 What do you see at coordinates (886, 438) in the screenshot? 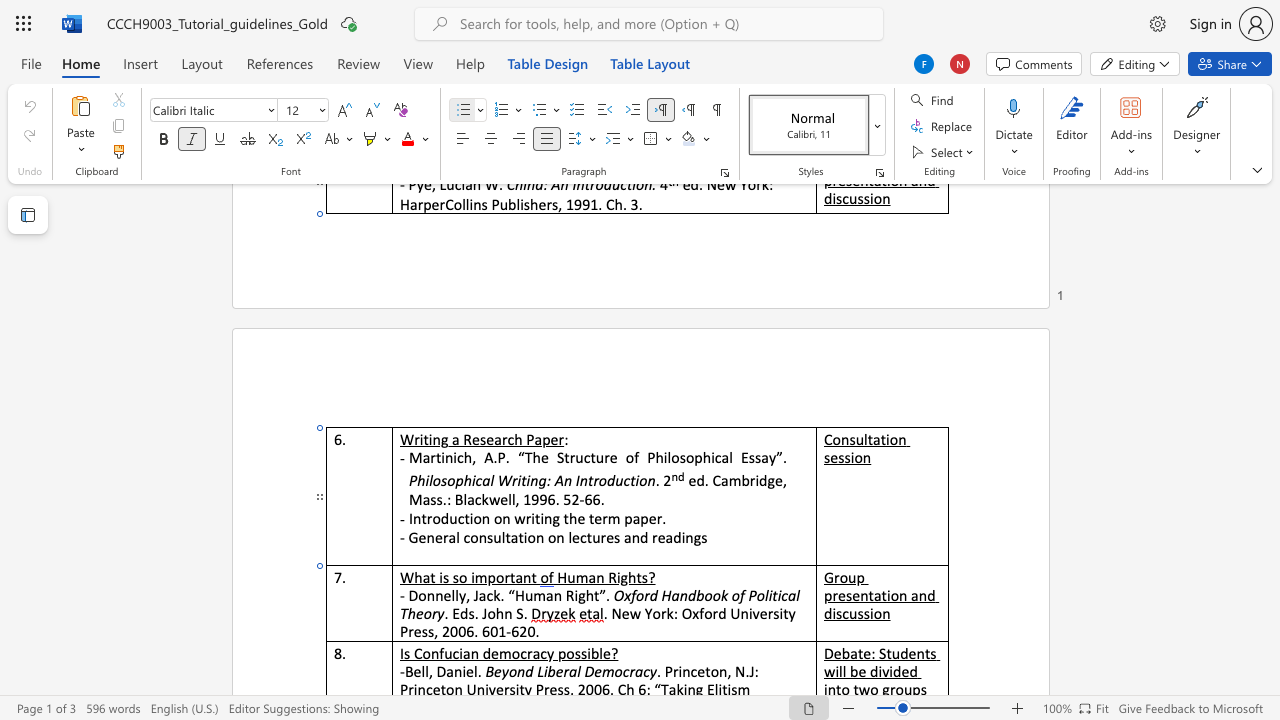
I see `the 1th character "i" in the text` at bounding box center [886, 438].